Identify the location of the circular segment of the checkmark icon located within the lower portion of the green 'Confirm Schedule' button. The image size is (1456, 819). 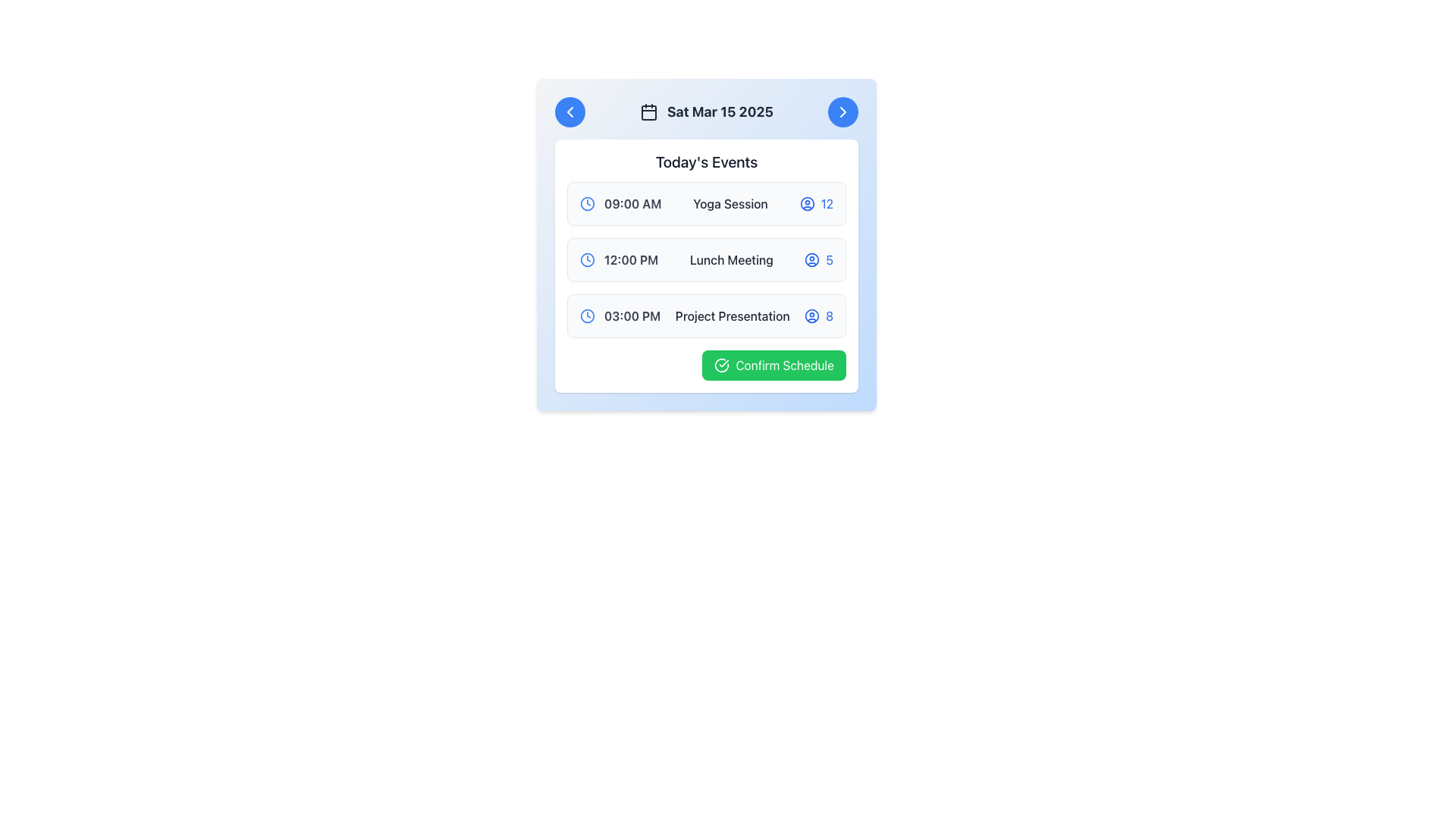
(721, 366).